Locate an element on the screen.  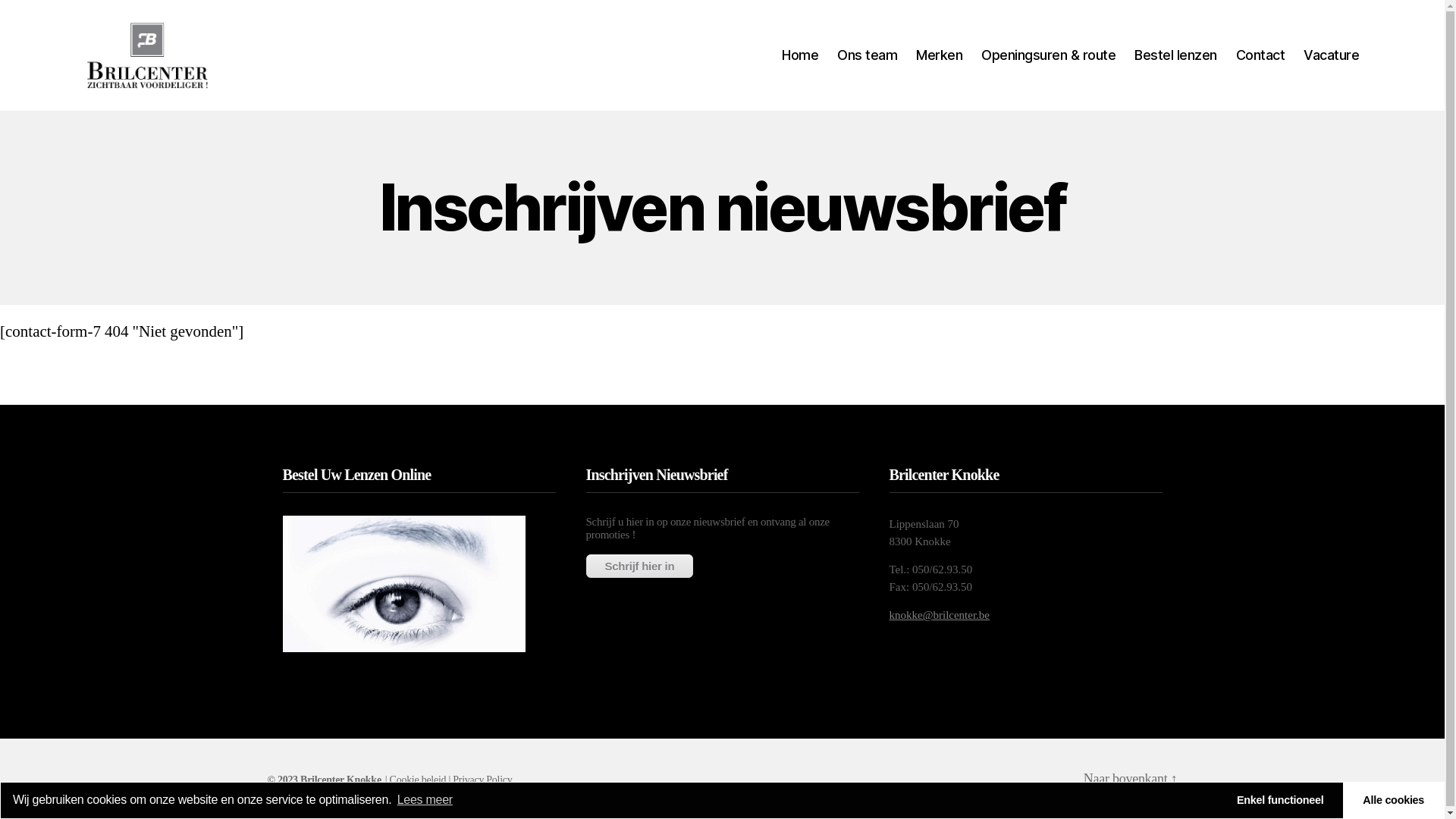
'Merken' is located at coordinates (938, 55).